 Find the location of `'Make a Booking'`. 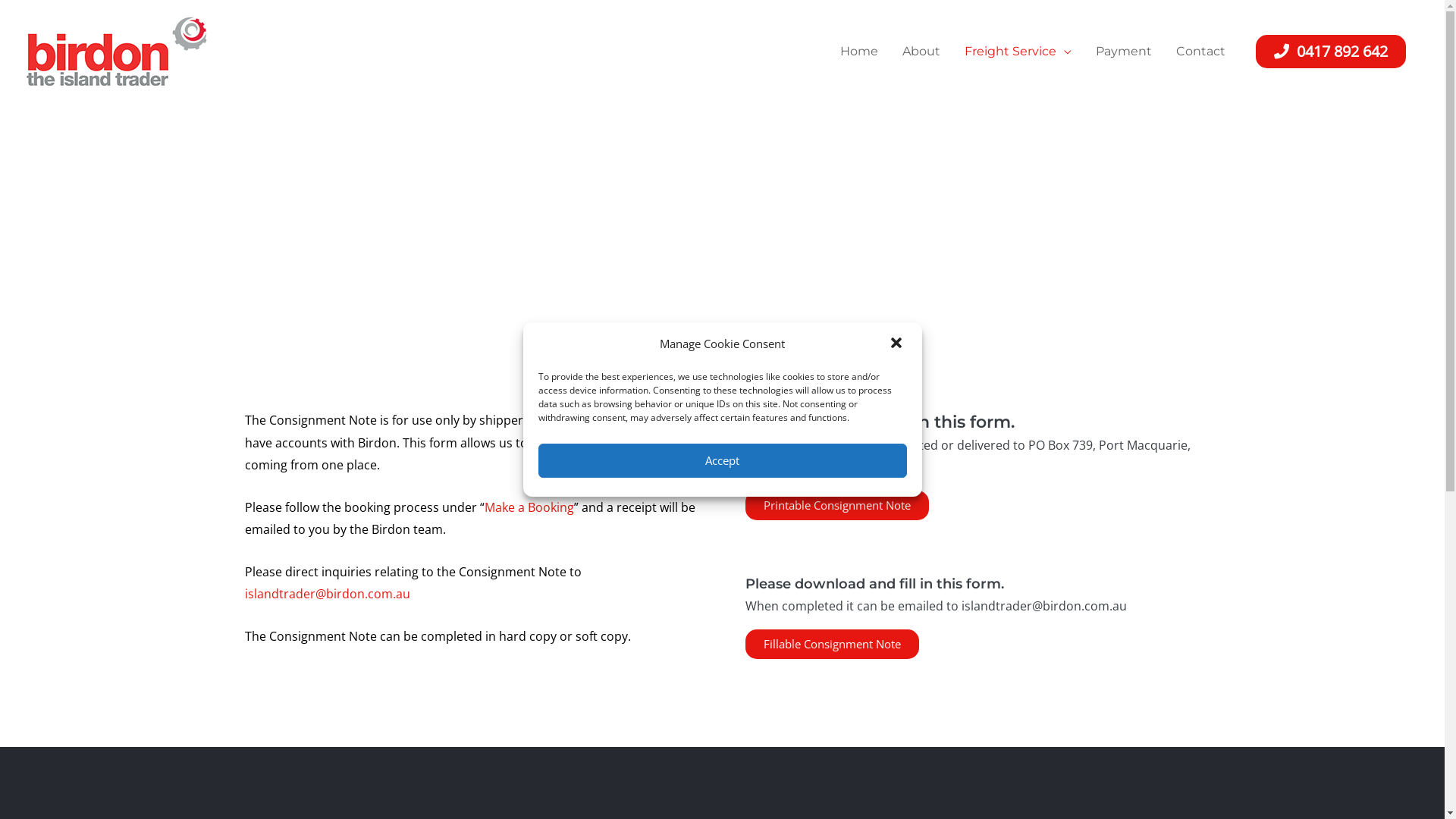

'Make a Booking' is located at coordinates (528, 507).